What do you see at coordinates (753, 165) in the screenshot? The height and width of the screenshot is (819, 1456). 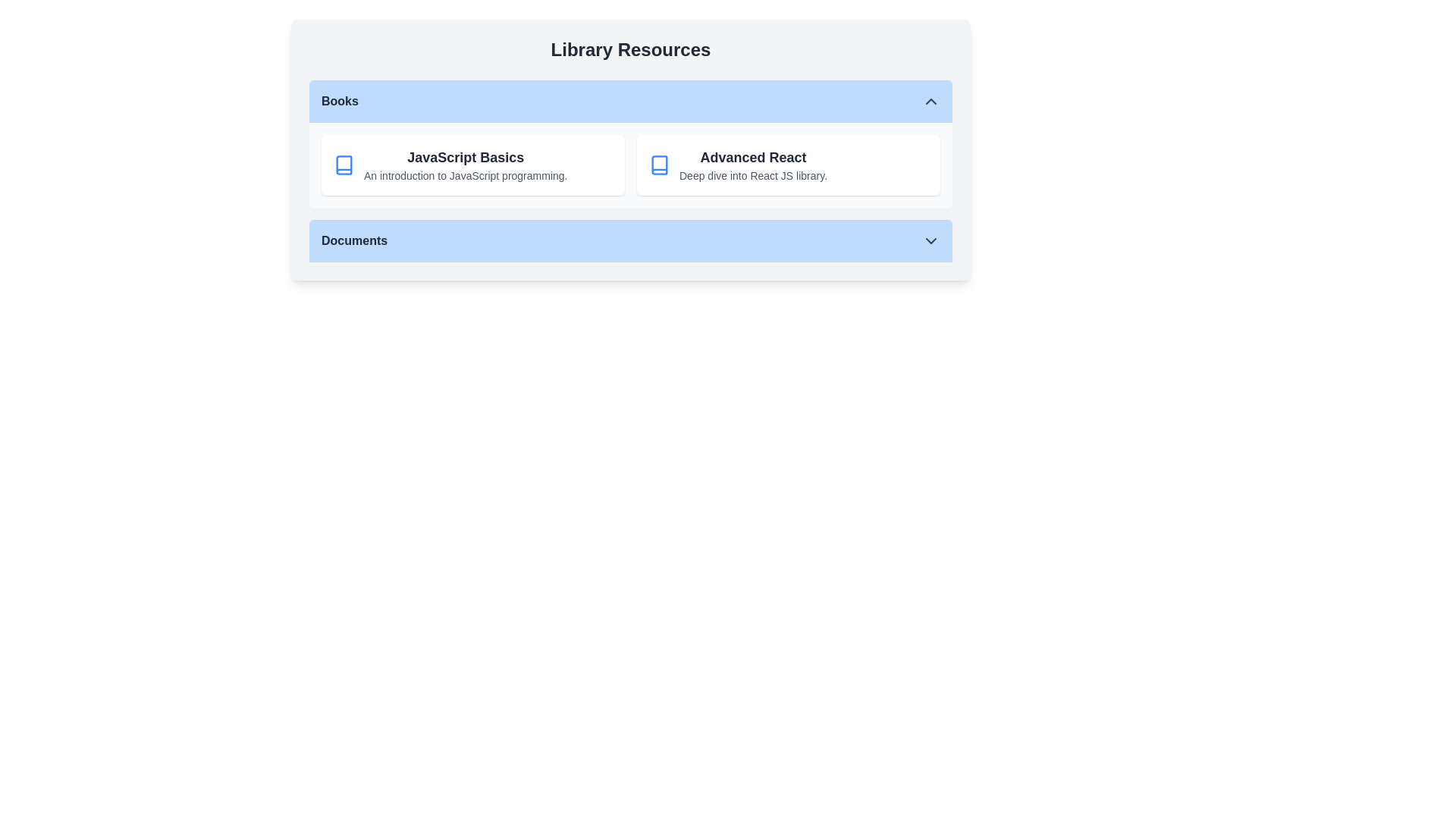 I see `the label representing the library resource titled 'Advanced React', which is located on the right side of the 'Books' section under educational topics` at bounding box center [753, 165].